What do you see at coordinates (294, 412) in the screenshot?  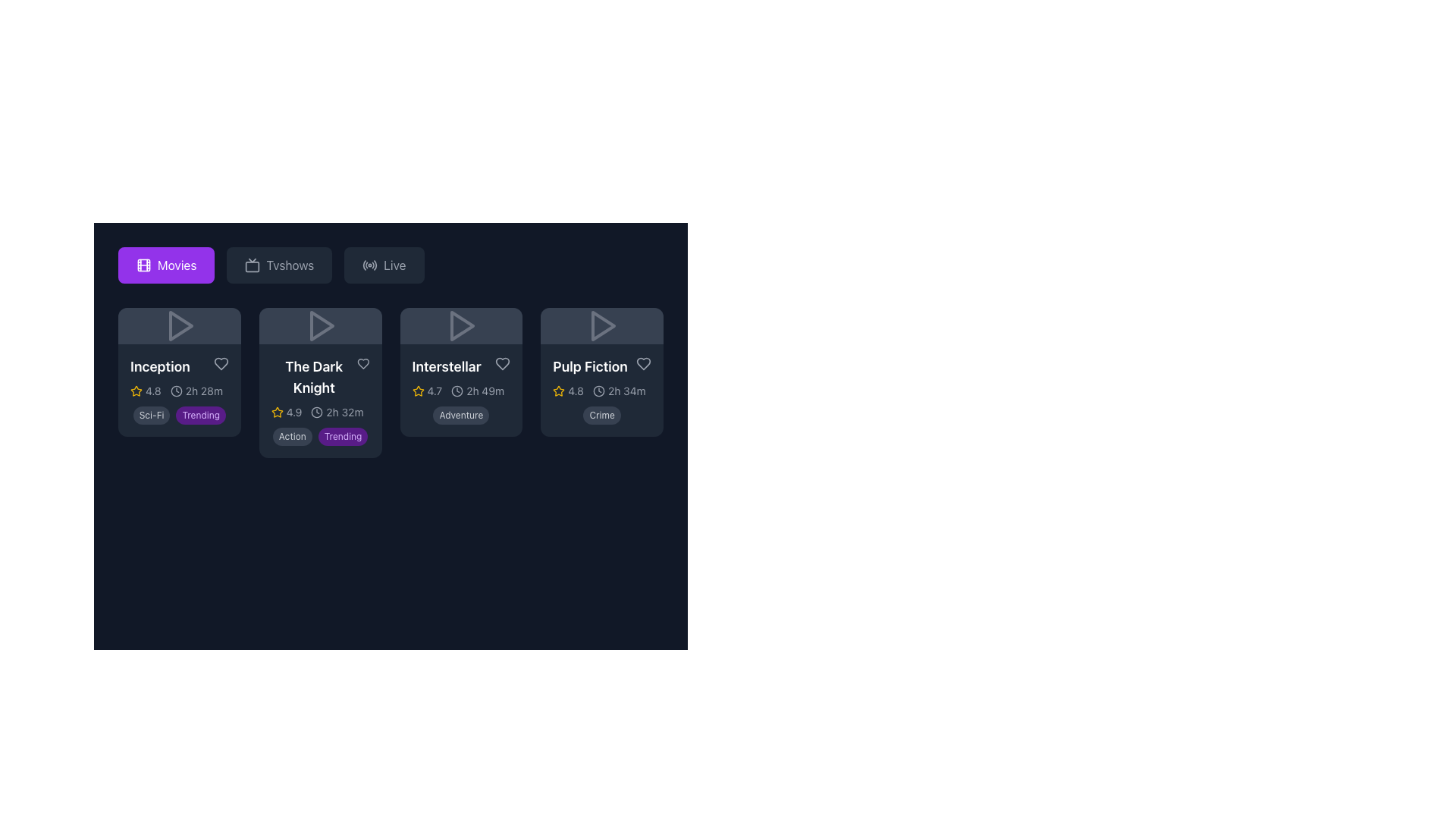 I see `the text label displaying the numeric value '4.9', which is positioned adjacent to a yellow-filled star icon, located in the lower portion of the card for 'The Dark Knight'` at bounding box center [294, 412].